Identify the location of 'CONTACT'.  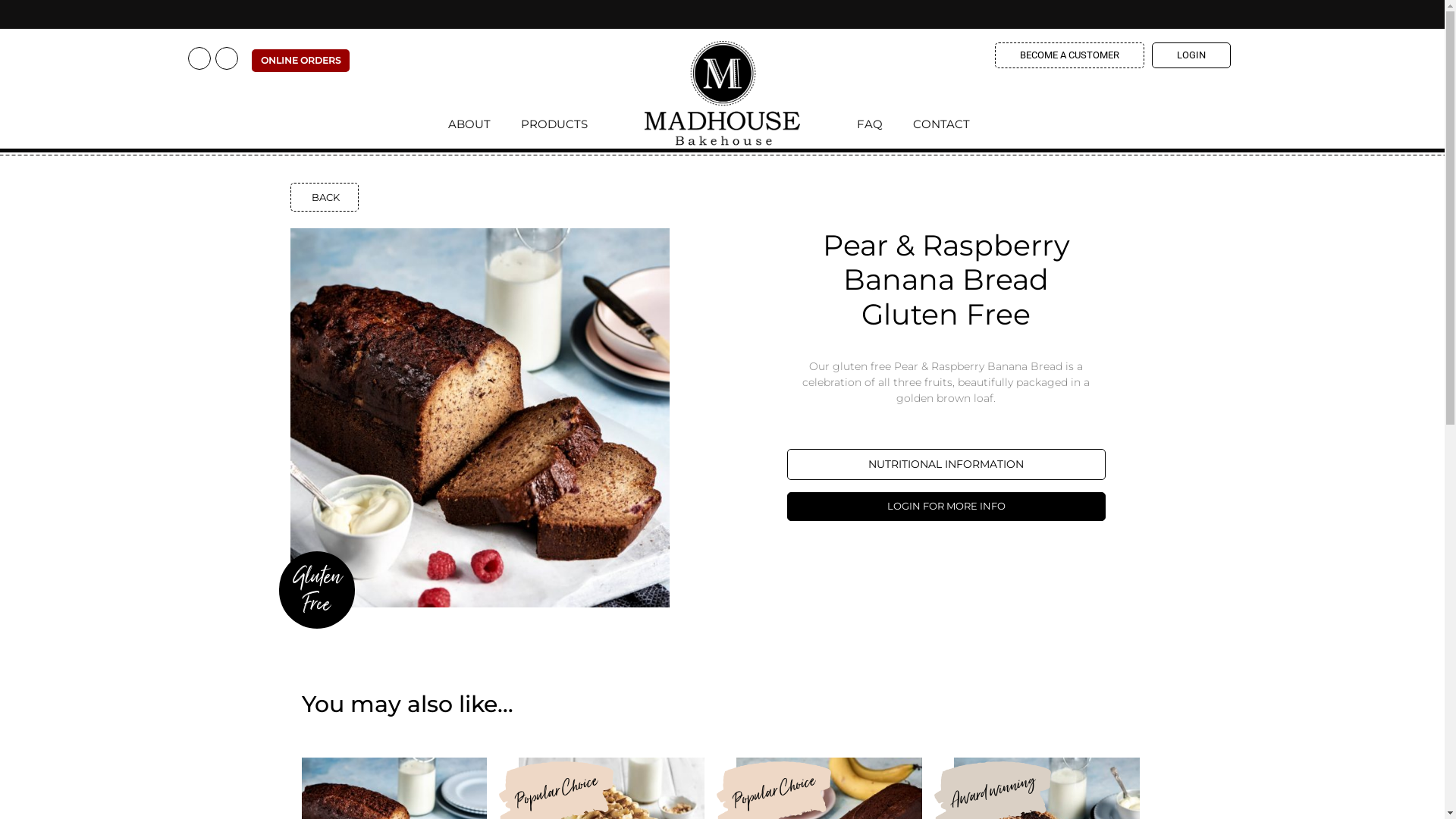
(940, 127).